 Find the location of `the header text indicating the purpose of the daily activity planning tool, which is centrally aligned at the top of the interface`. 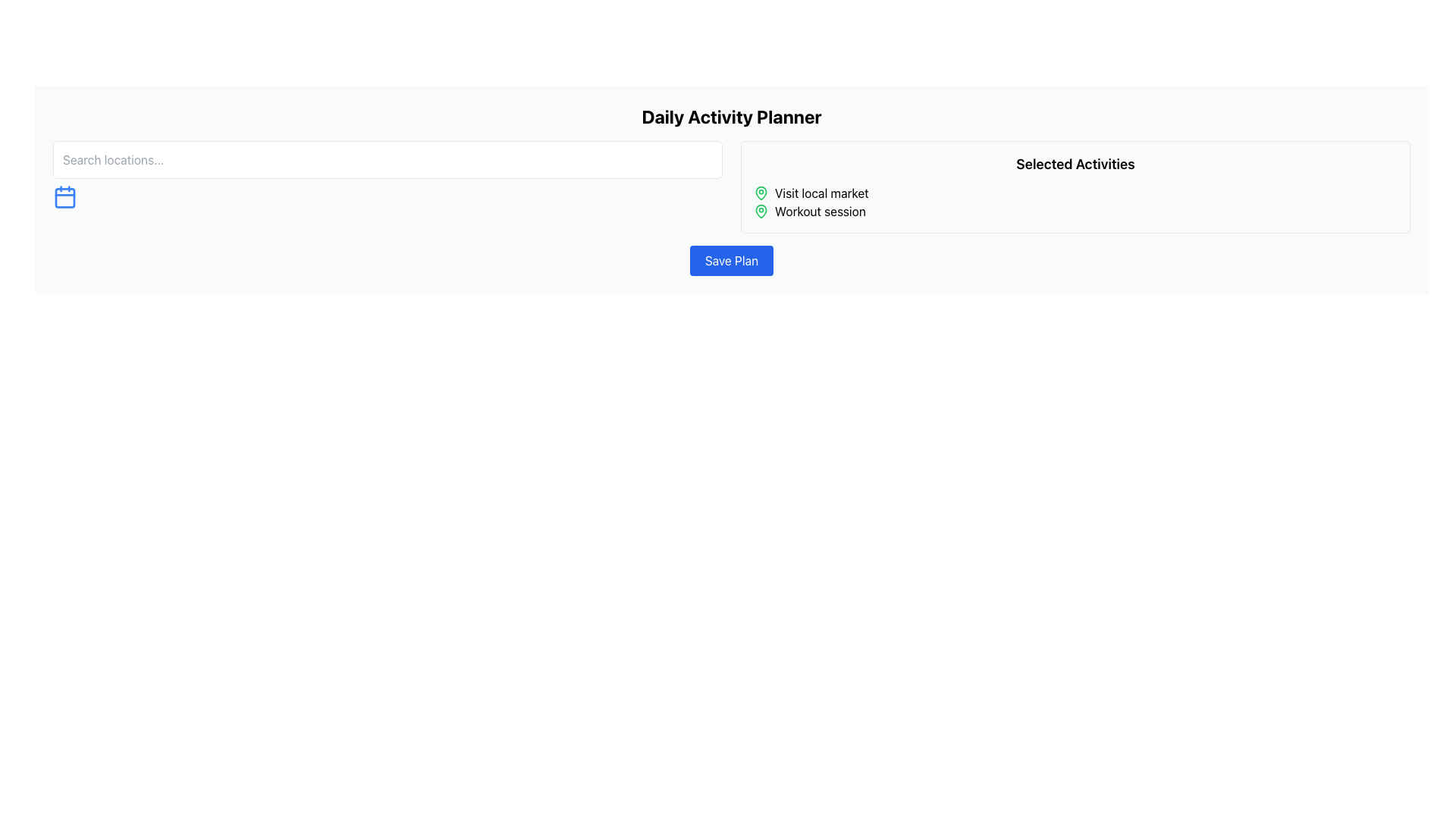

the header text indicating the purpose of the daily activity planning tool, which is centrally aligned at the top of the interface is located at coordinates (731, 116).